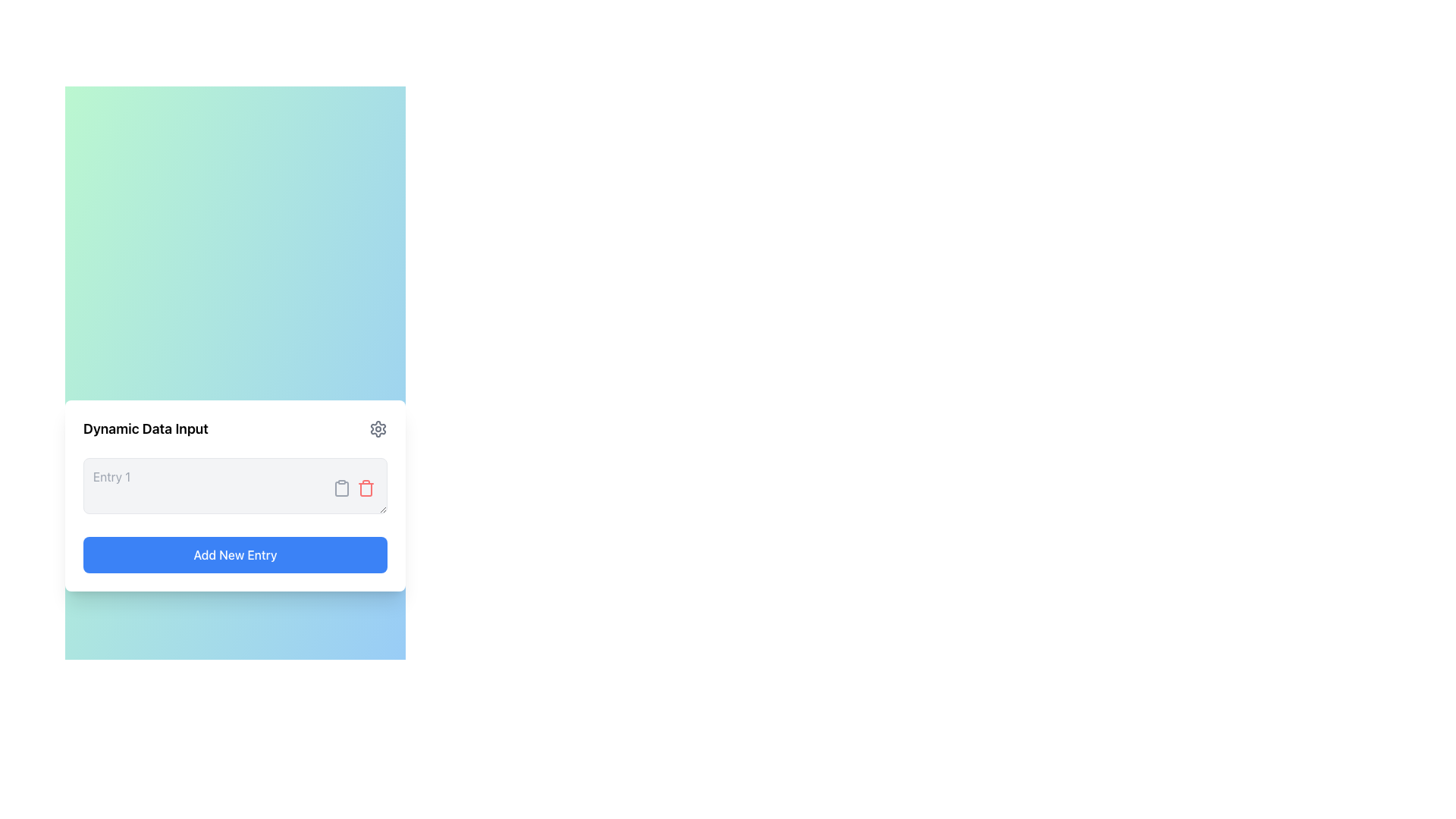 Image resolution: width=1456 pixels, height=819 pixels. I want to click on the delete button located at the top-right of the form entry section, so click(366, 488).